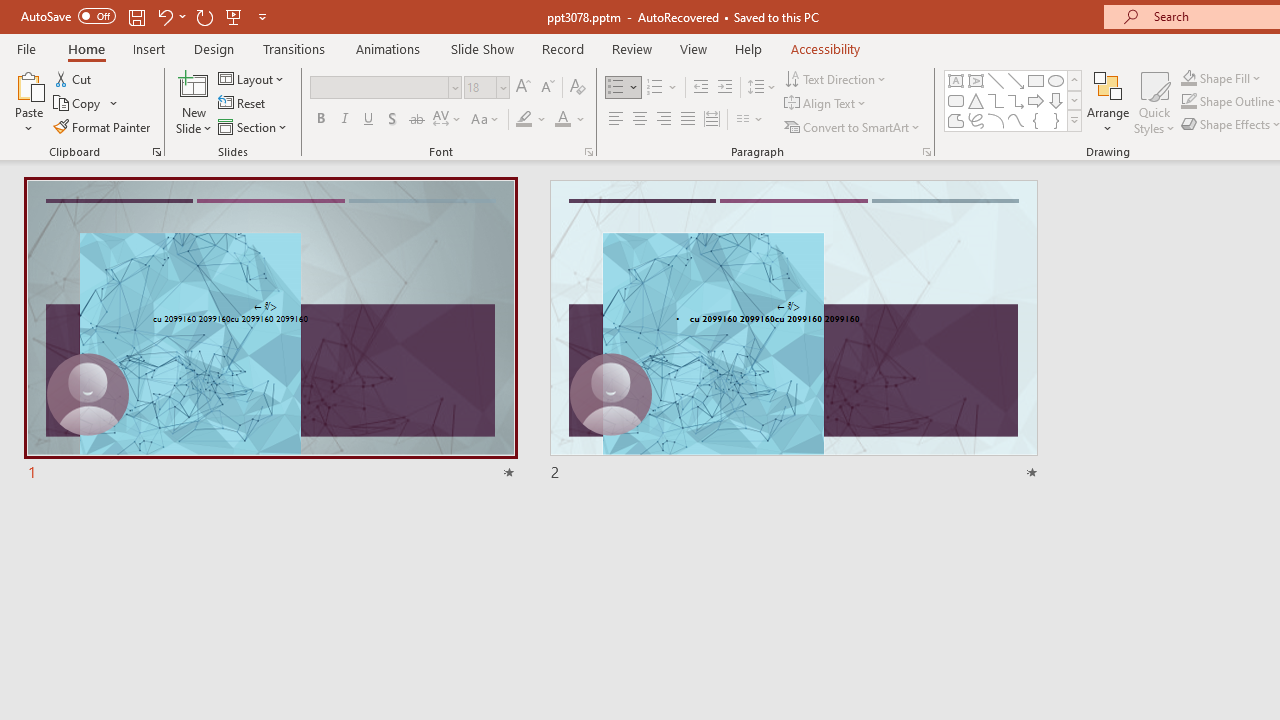 This screenshot has height=720, width=1280. I want to click on 'Shape Fill Dark Green, Accent 2', so click(1189, 77).